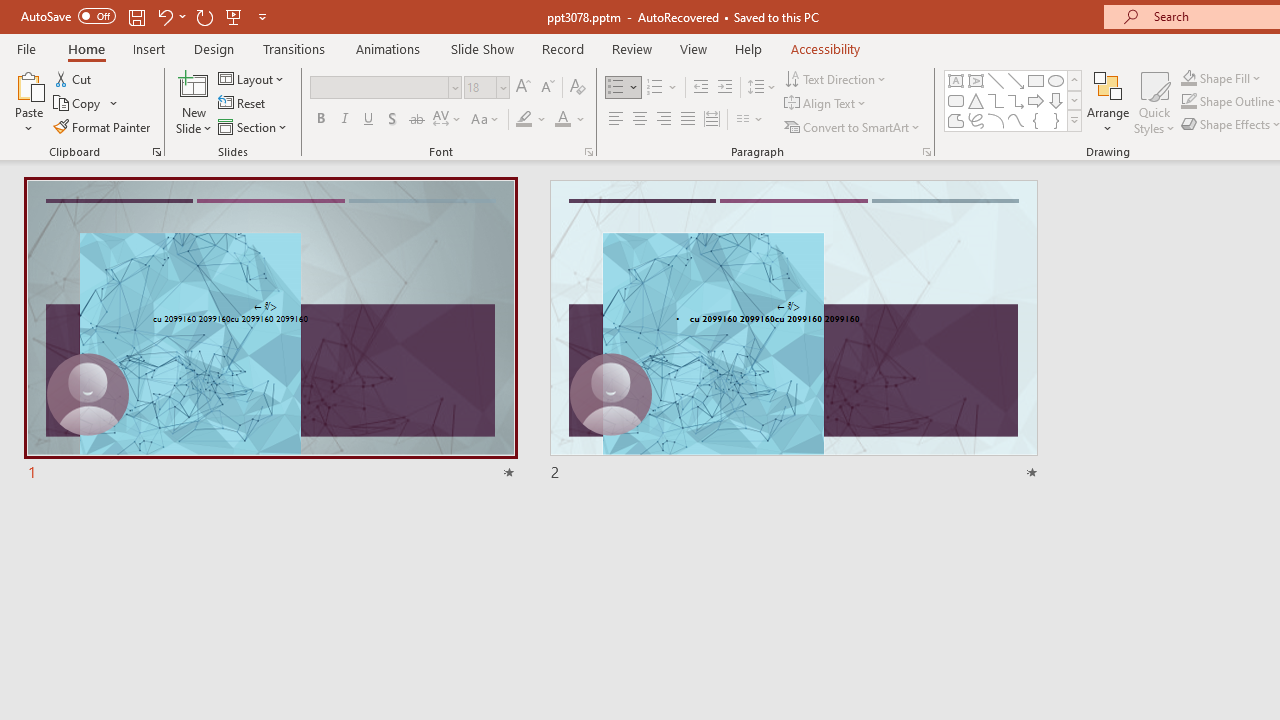 This screenshot has height=720, width=1280. I want to click on 'Shape Fill Dark Green, Accent 2', so click(1189, 77).